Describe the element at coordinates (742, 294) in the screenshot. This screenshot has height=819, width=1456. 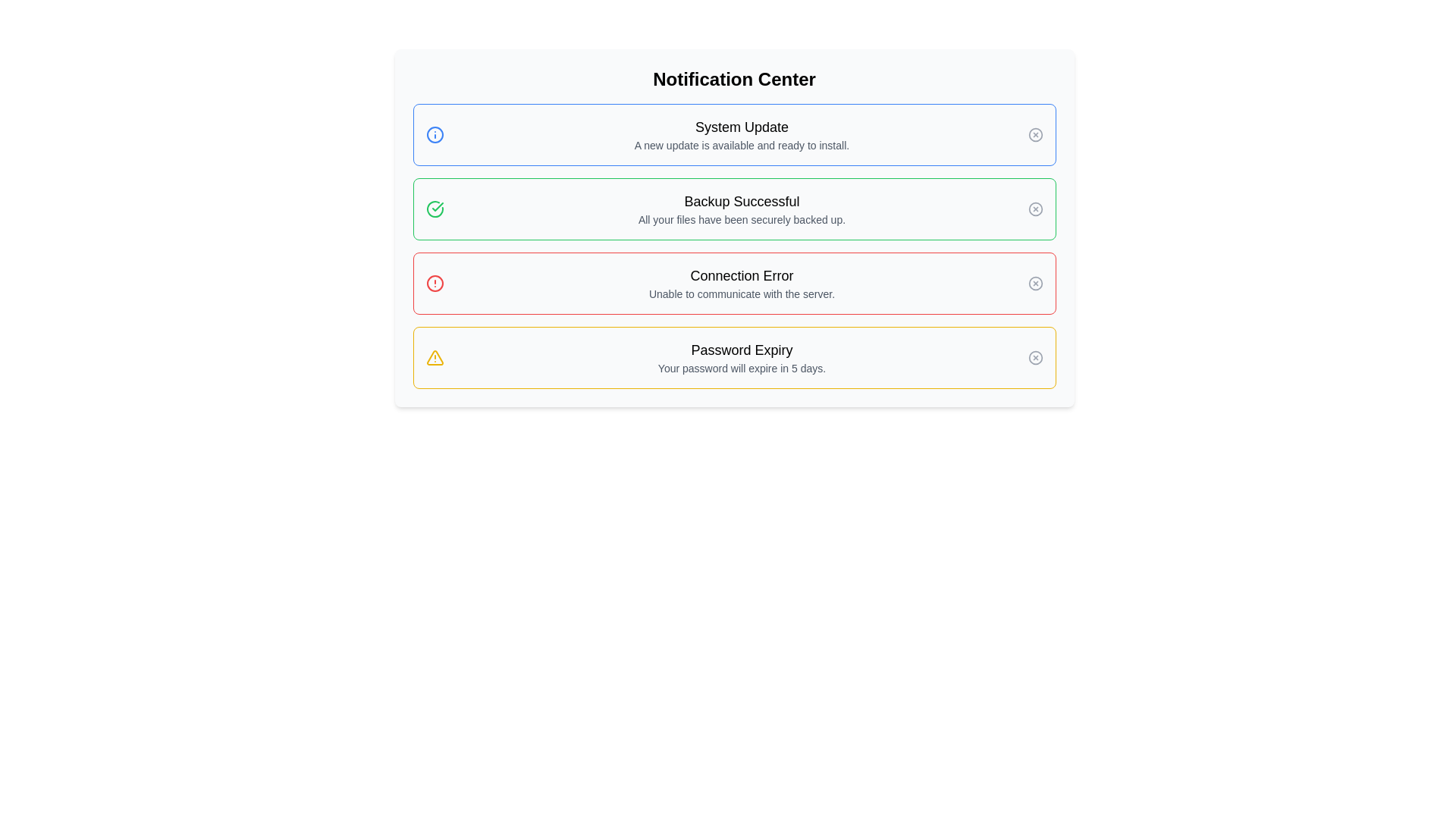
I see `the text label that displays 'Unable to communicate with the server.' located in the notification panel under 'Connection Error.'` at that location.